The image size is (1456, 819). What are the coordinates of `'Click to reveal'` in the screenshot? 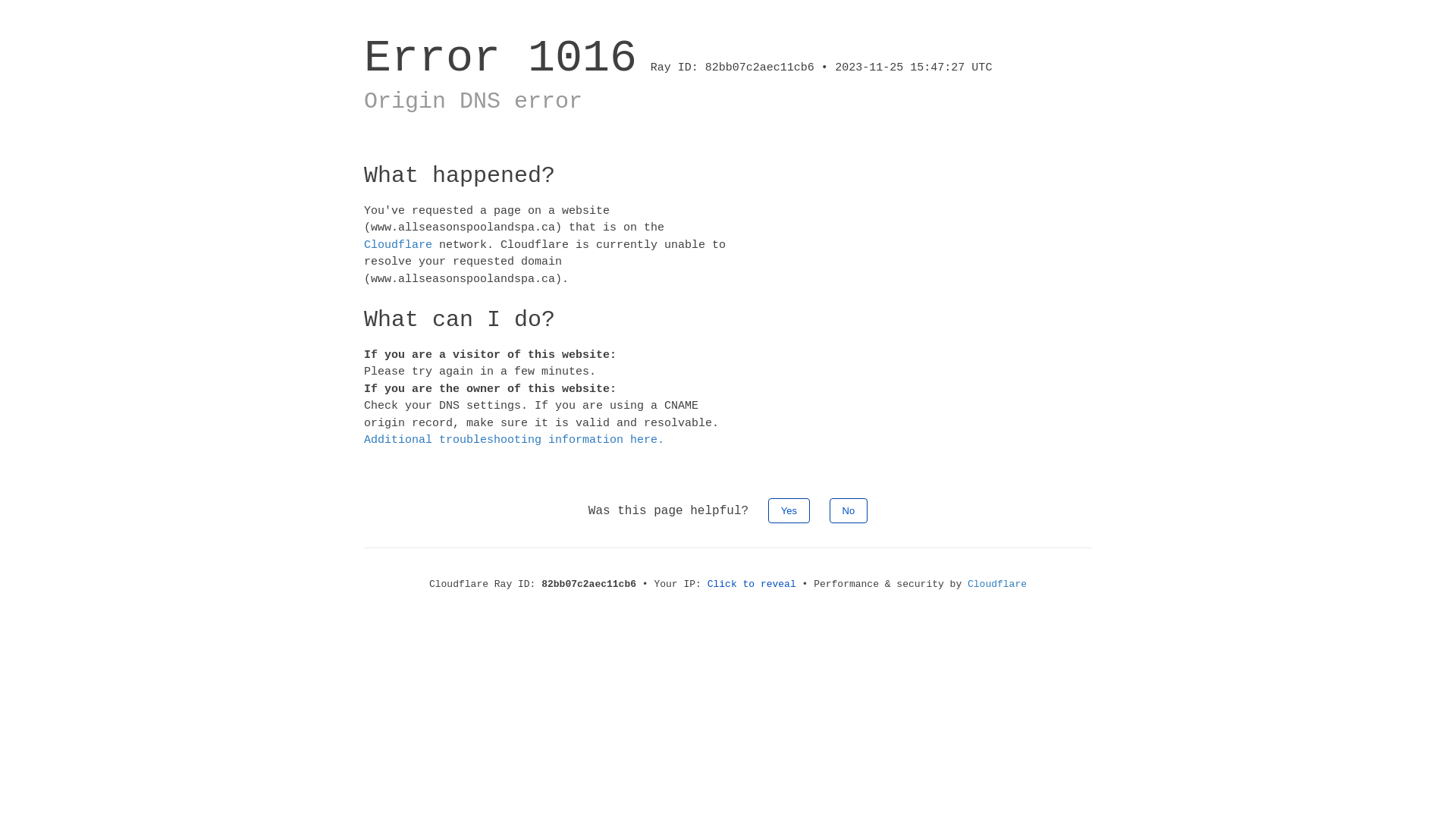 It's located at (752, 582).